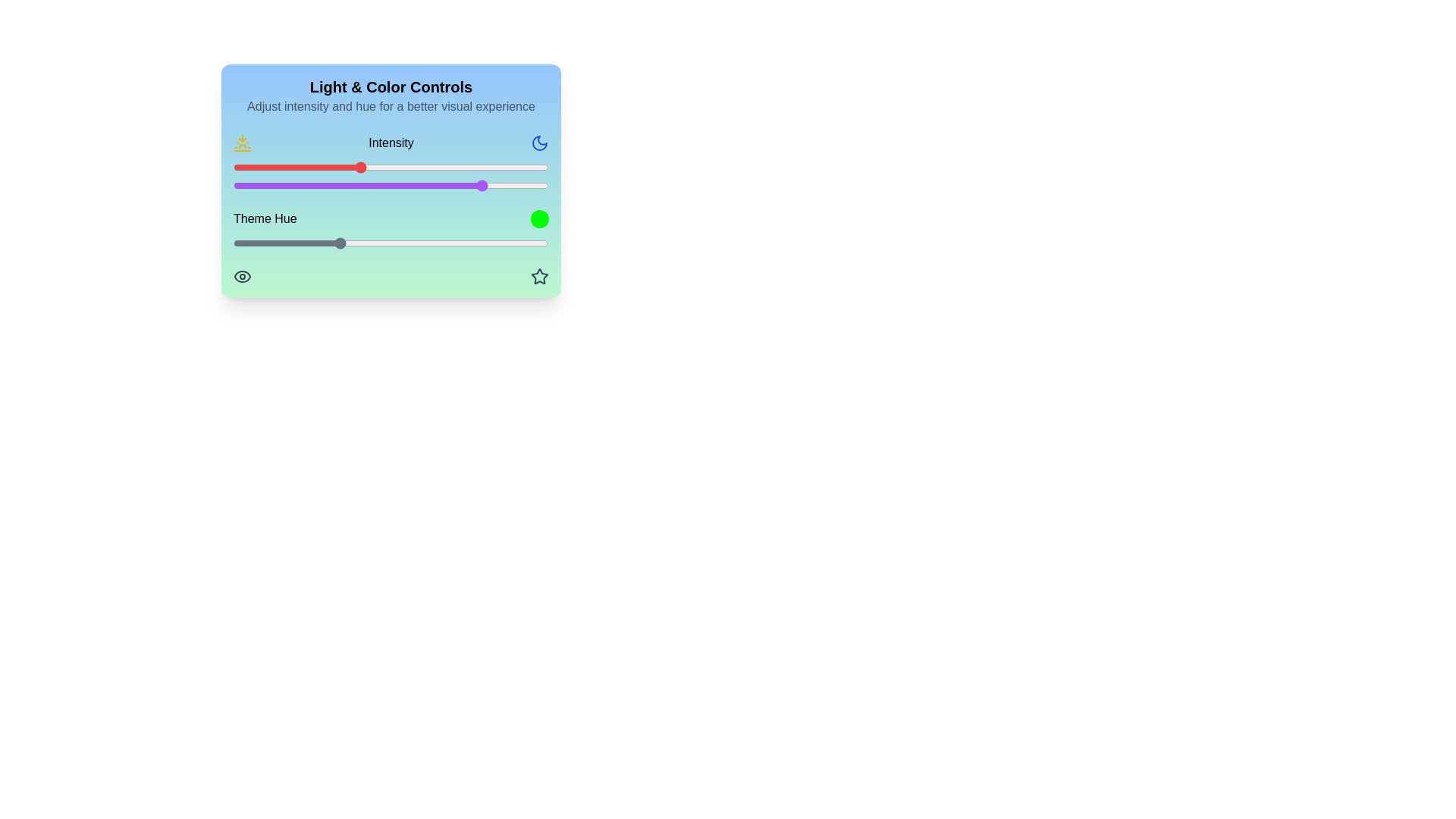 Image resolution: width=1456 pixels, height=819 pixels. I want to click on the theme hue, so click(310, 242).